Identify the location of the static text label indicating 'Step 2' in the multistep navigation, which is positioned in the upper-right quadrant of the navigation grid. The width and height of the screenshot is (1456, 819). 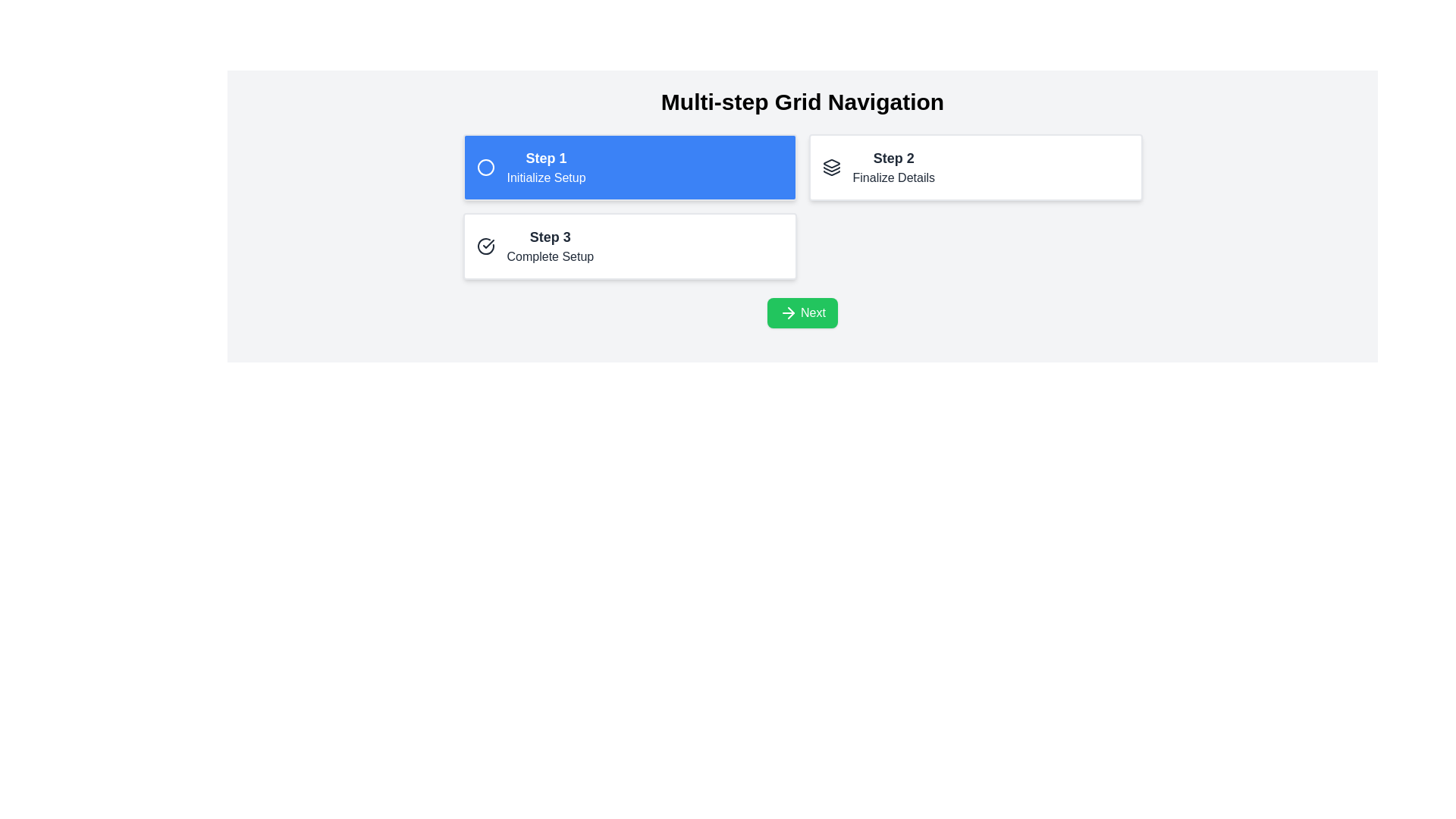
(893, 177).